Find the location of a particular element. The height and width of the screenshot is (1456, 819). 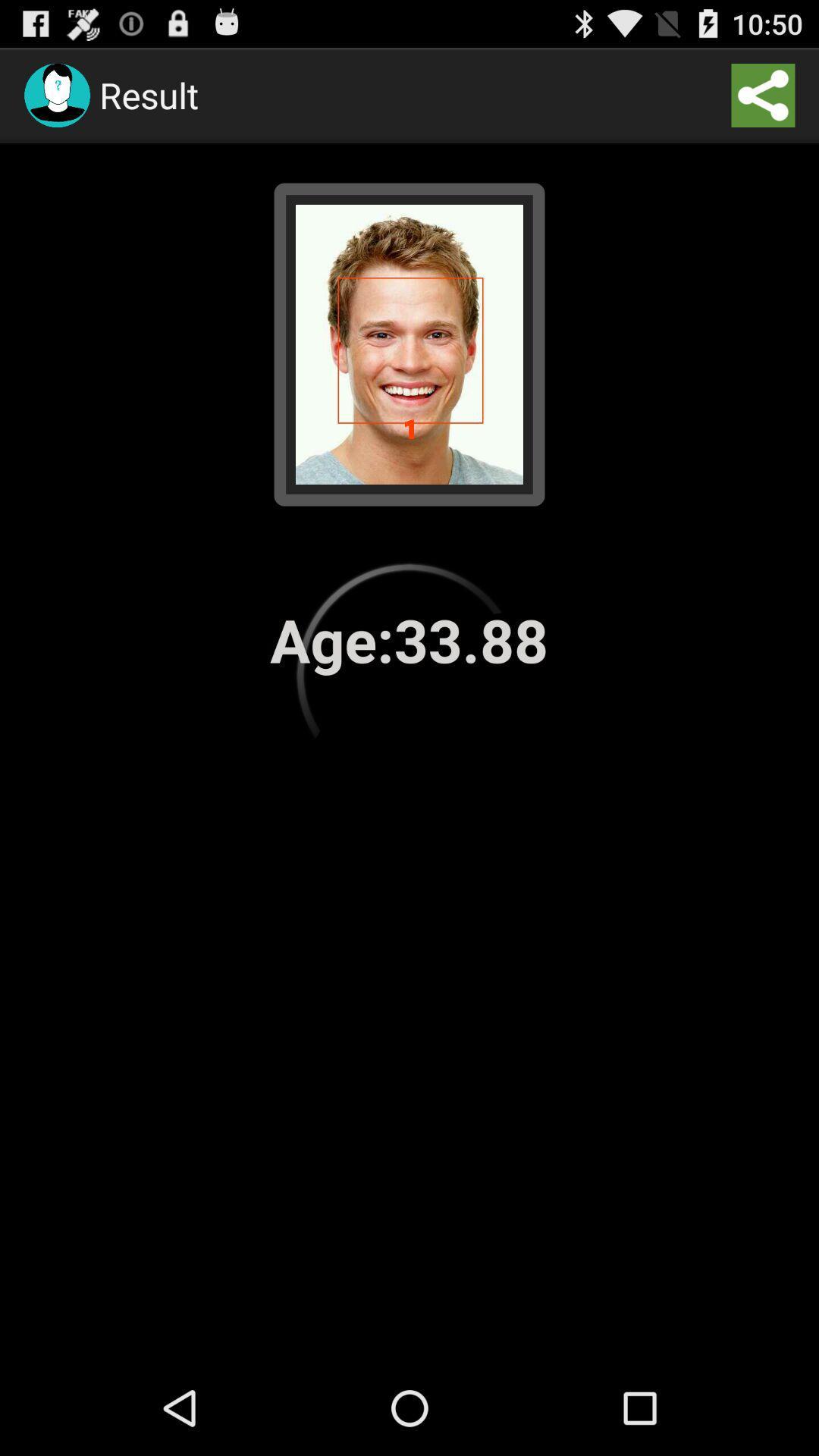

the app to the right of the result icon is located at coordinates (763, 94).